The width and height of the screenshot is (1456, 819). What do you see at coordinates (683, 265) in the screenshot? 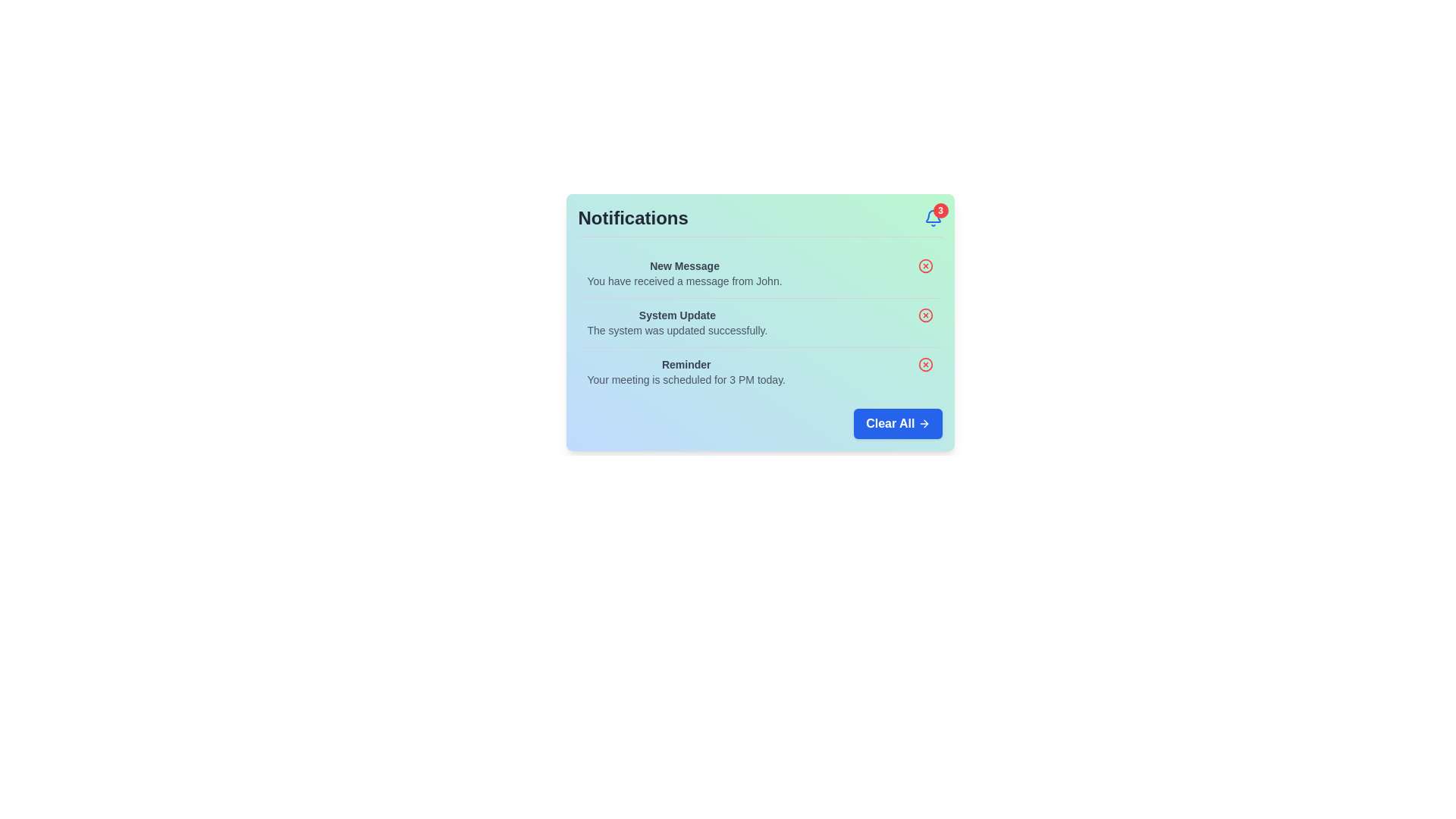
I see `the title text element of the notification entry, which is positioned at the top left and serves as a heading for the notification` at bounding box center [683, 265].